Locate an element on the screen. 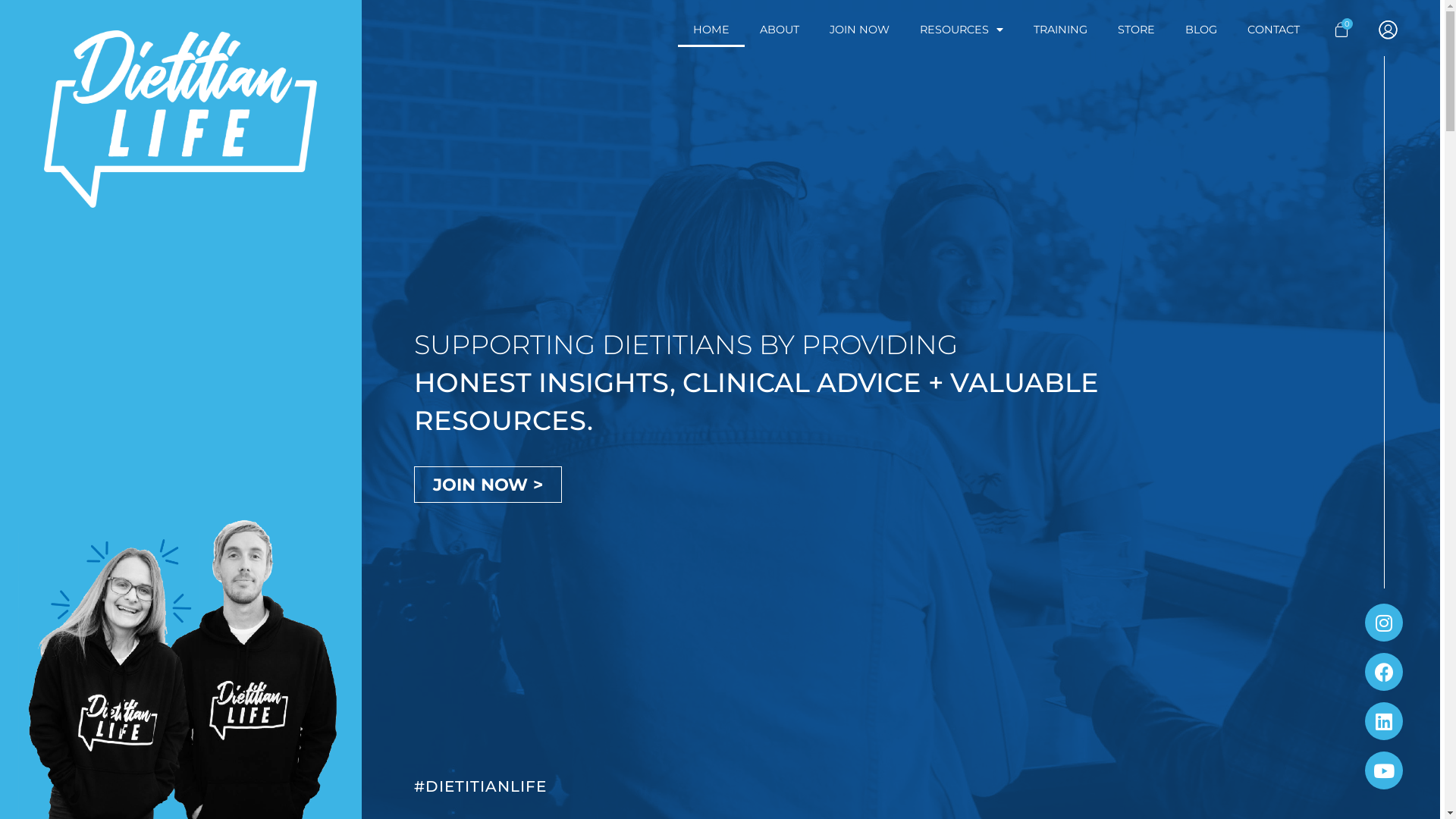 This screenshot has height=819, width=1456. 'HOME' is located at coordinates (710, 29).